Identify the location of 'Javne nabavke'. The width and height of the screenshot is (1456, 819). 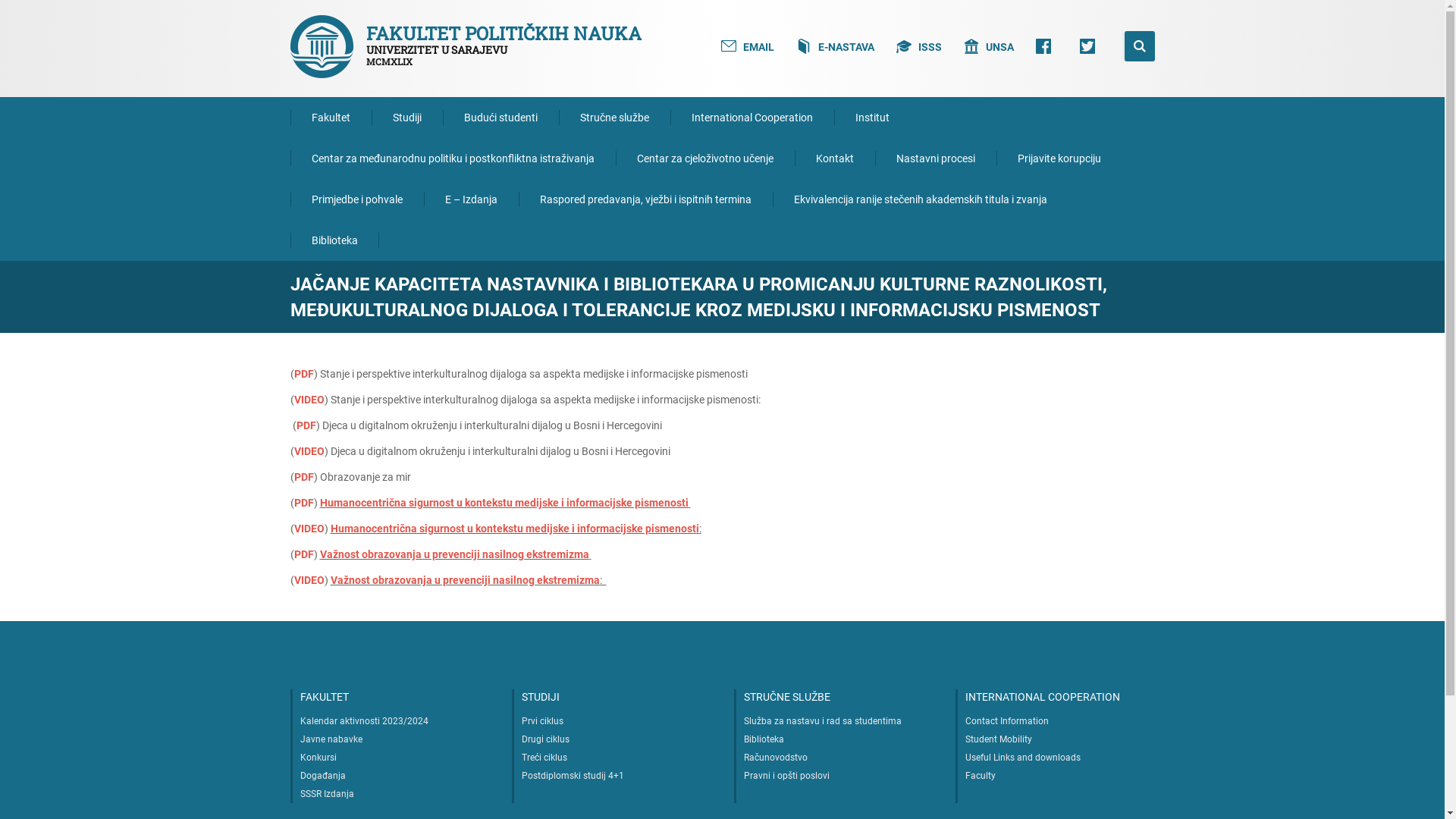
(300, 739).